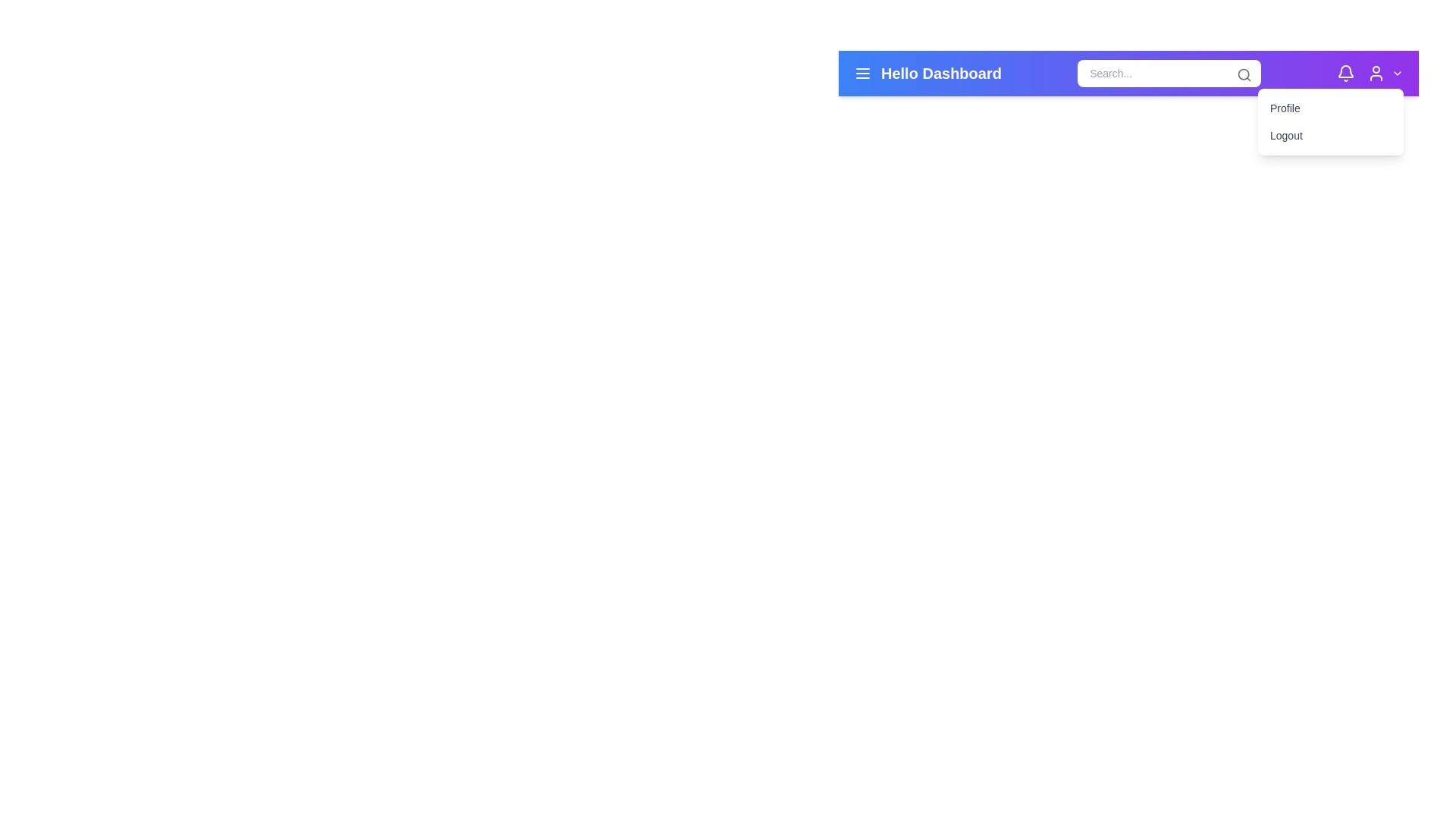  What do you see at coordinates (1285, 134) in the screenshot?
I see `the 'Logout' text button located in the dropdown menu beneath the 'Profile' item to log out` at bounding box center [1285, 134].